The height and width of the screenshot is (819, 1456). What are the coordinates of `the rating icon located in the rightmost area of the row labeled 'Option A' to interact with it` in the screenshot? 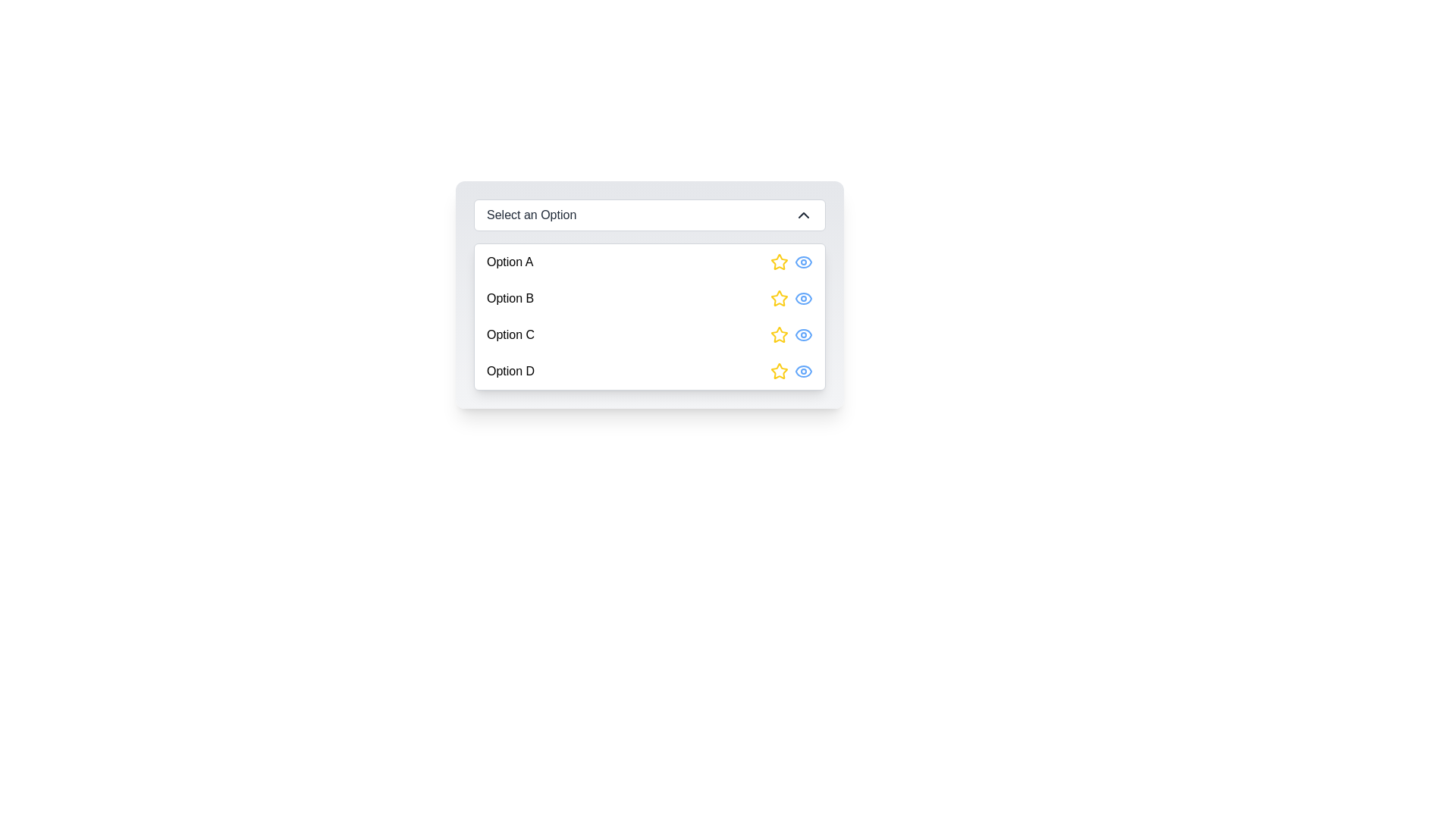 It's located at (779, 262).